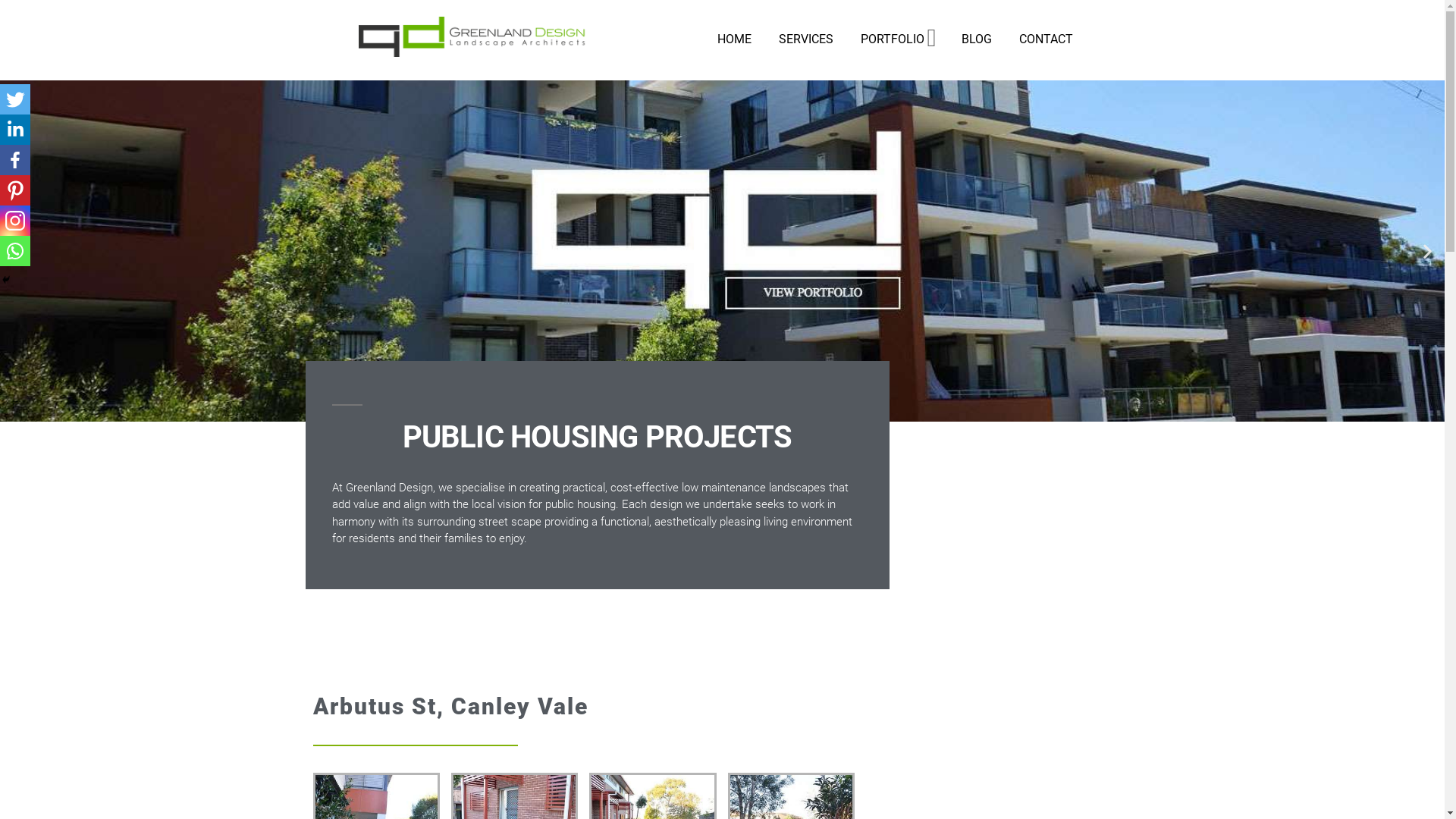  Describe the element at coordinates (14, 220) in the screenshot. I see `'Instagram'` at that location.